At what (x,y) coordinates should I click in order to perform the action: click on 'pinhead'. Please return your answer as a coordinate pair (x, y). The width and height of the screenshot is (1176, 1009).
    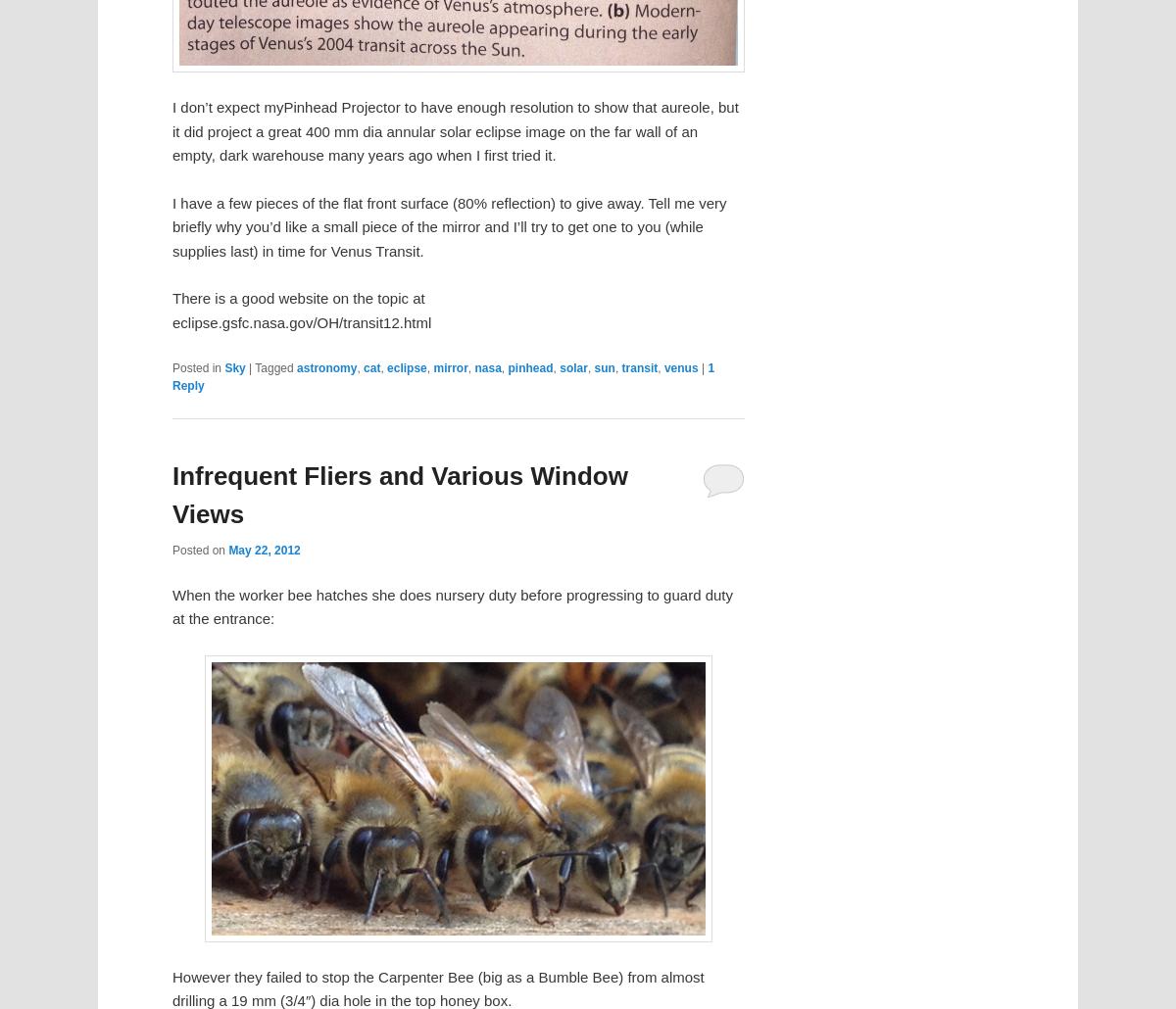
    Looking at the image, I should click on (507, 367).